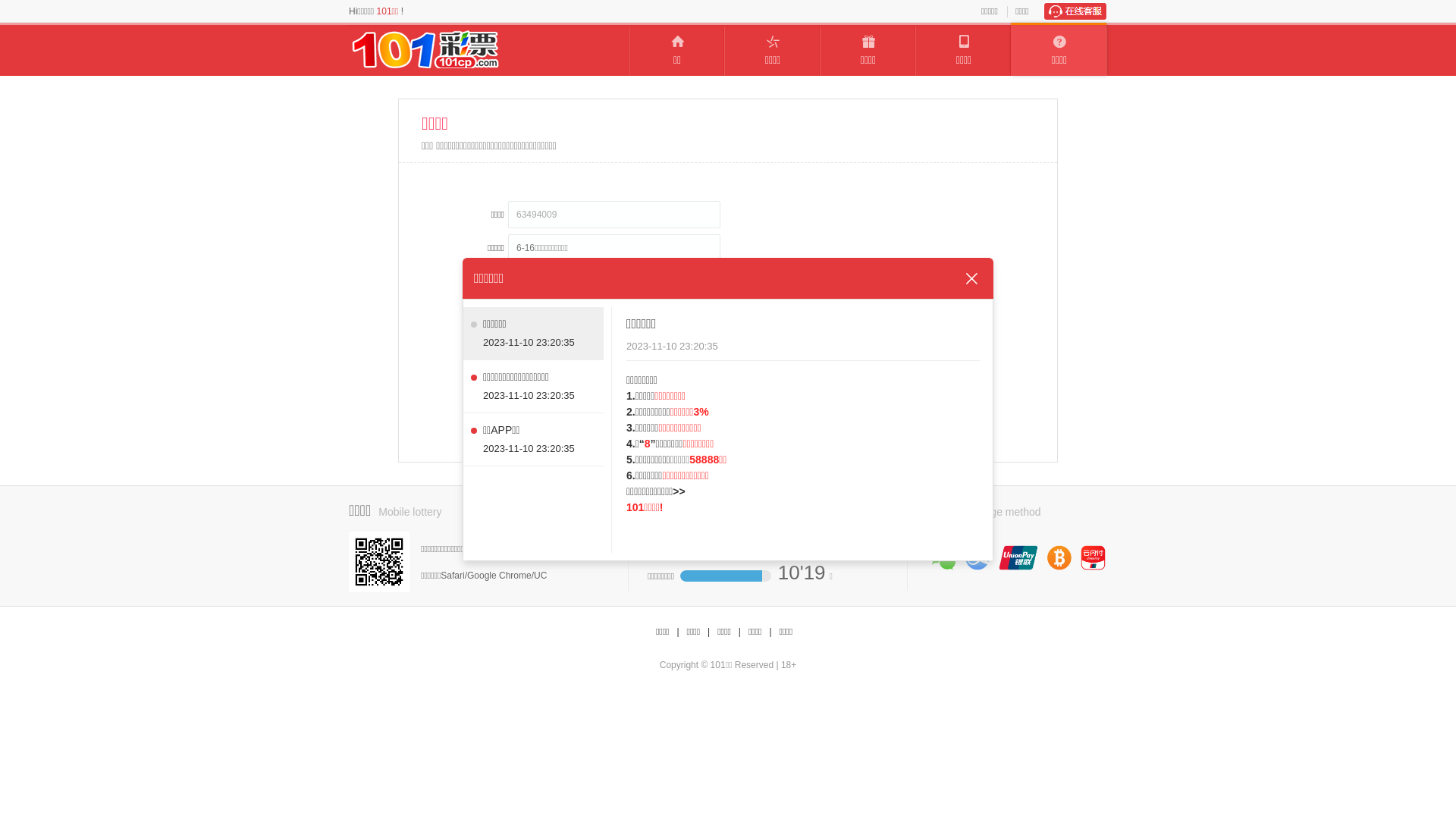  What do you see at coordinates (708, 632) in the screenshot?
I see `'|'` at bounding box center [708, 632].